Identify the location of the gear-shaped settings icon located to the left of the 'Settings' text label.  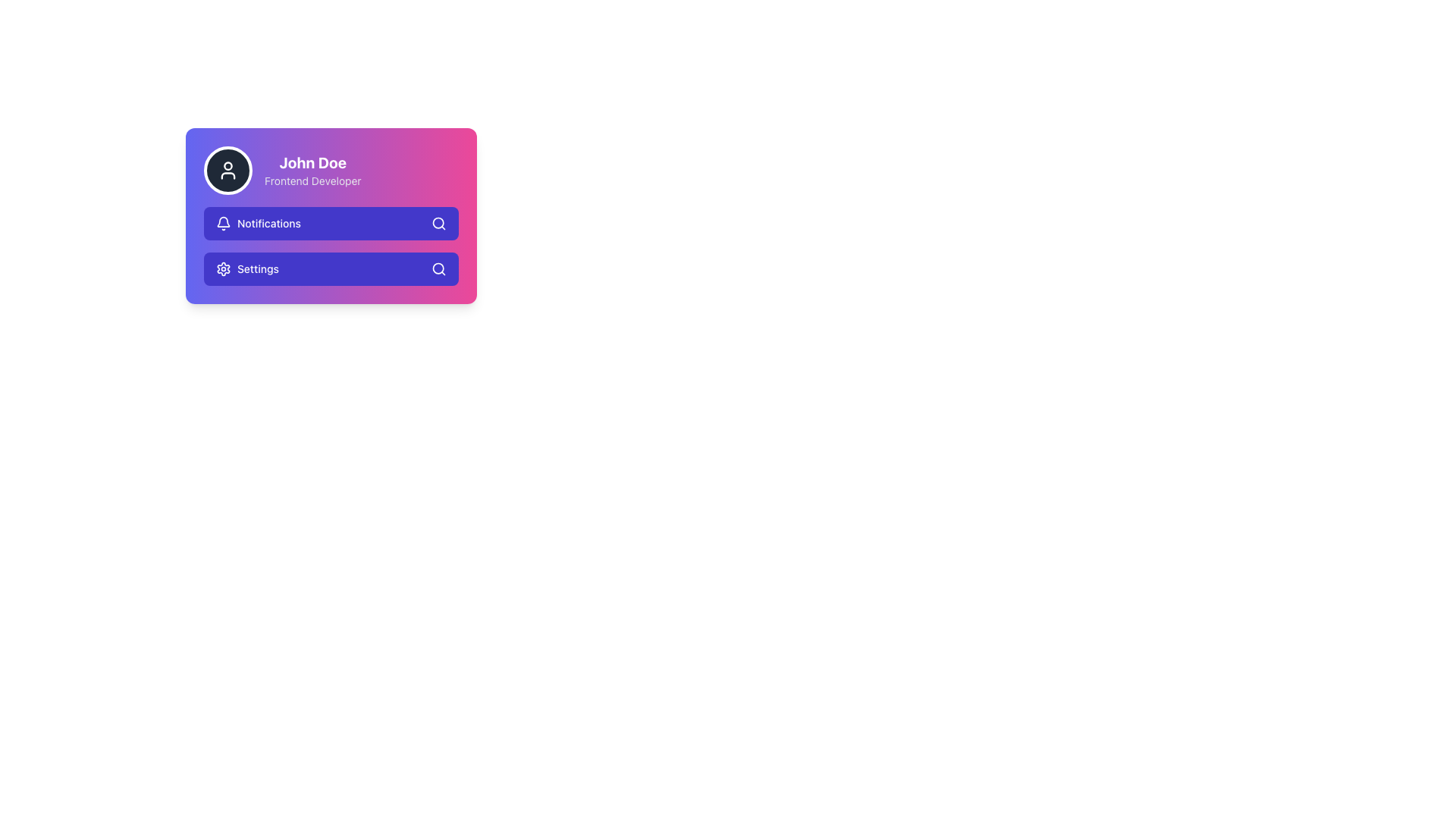
(222, 268).